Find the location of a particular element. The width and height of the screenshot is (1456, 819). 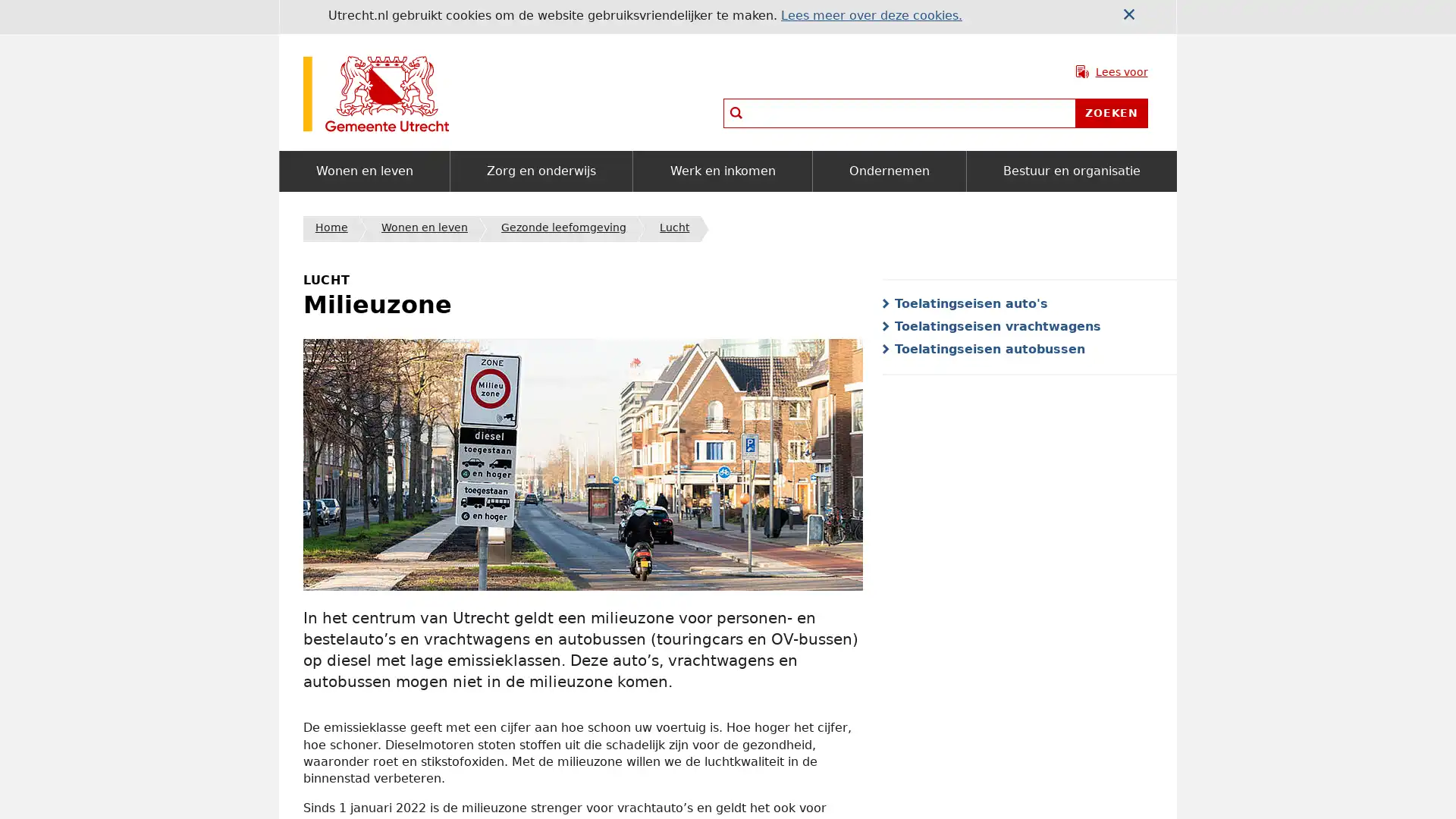

Lees voor is located at coordinates (1111, 72).